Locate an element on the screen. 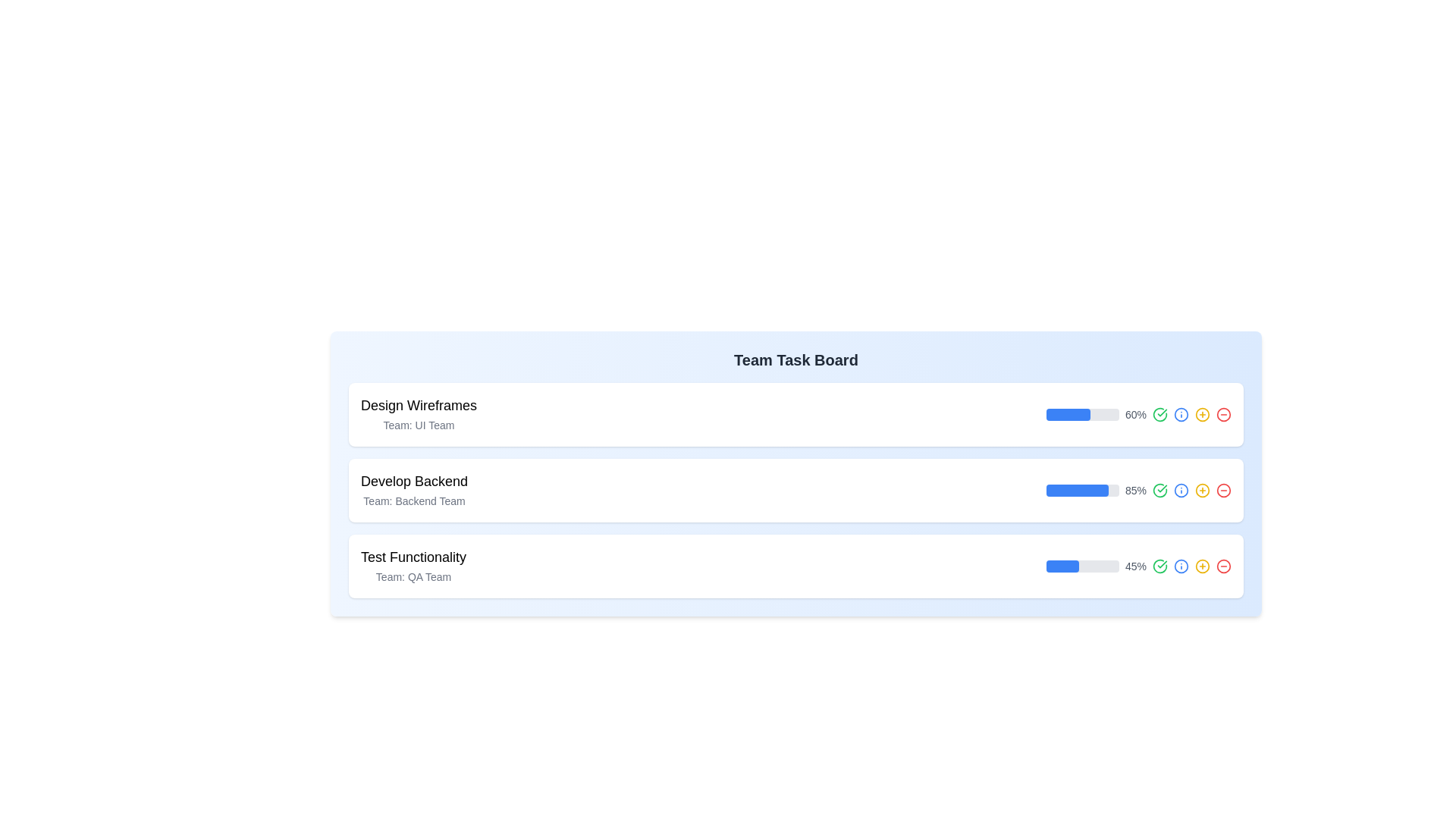 The image size is (1456, 819). the filled portion of the progress bar located is located at coordinates (1076, 491).